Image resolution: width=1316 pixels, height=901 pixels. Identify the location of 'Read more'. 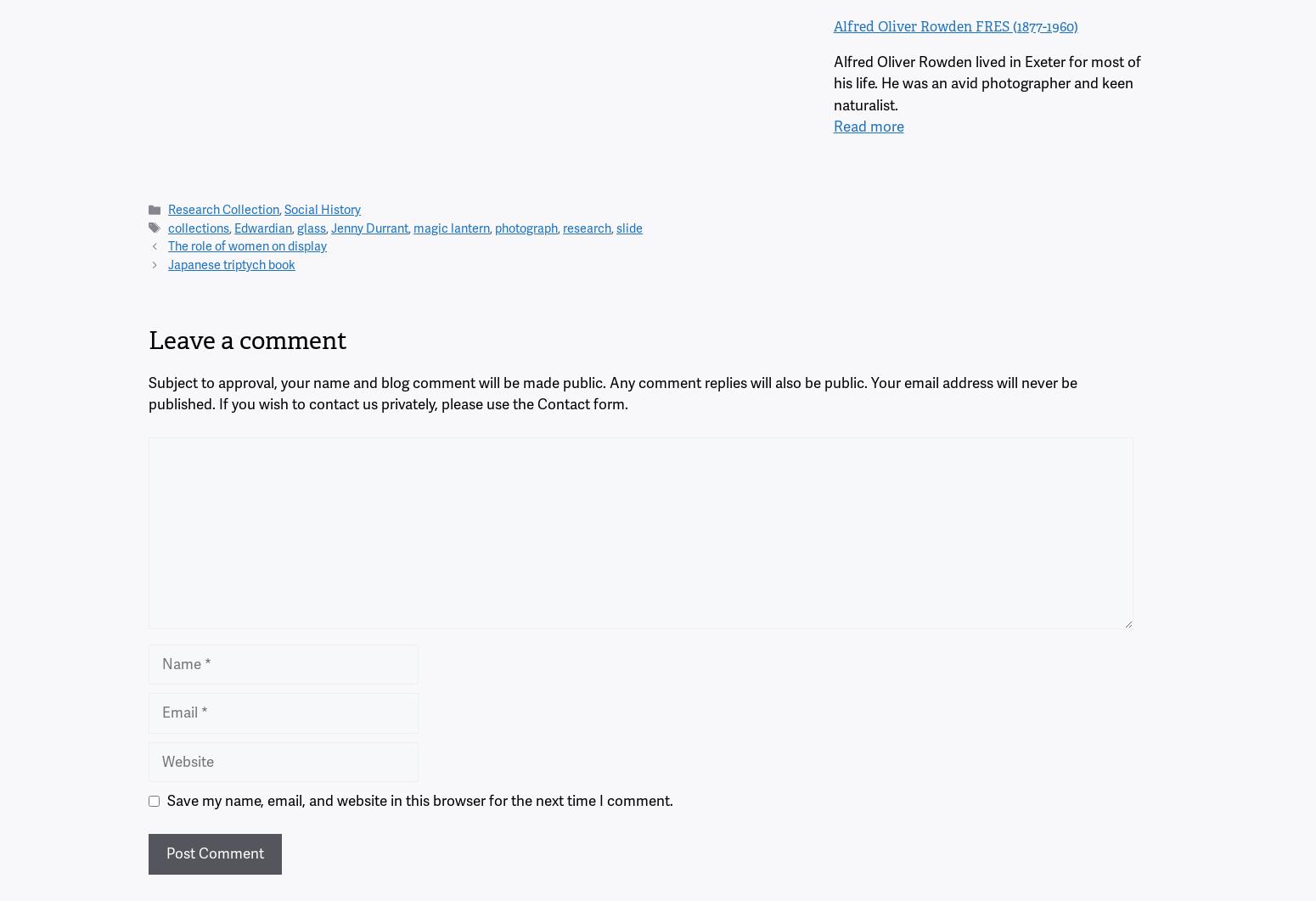
(868, 126).